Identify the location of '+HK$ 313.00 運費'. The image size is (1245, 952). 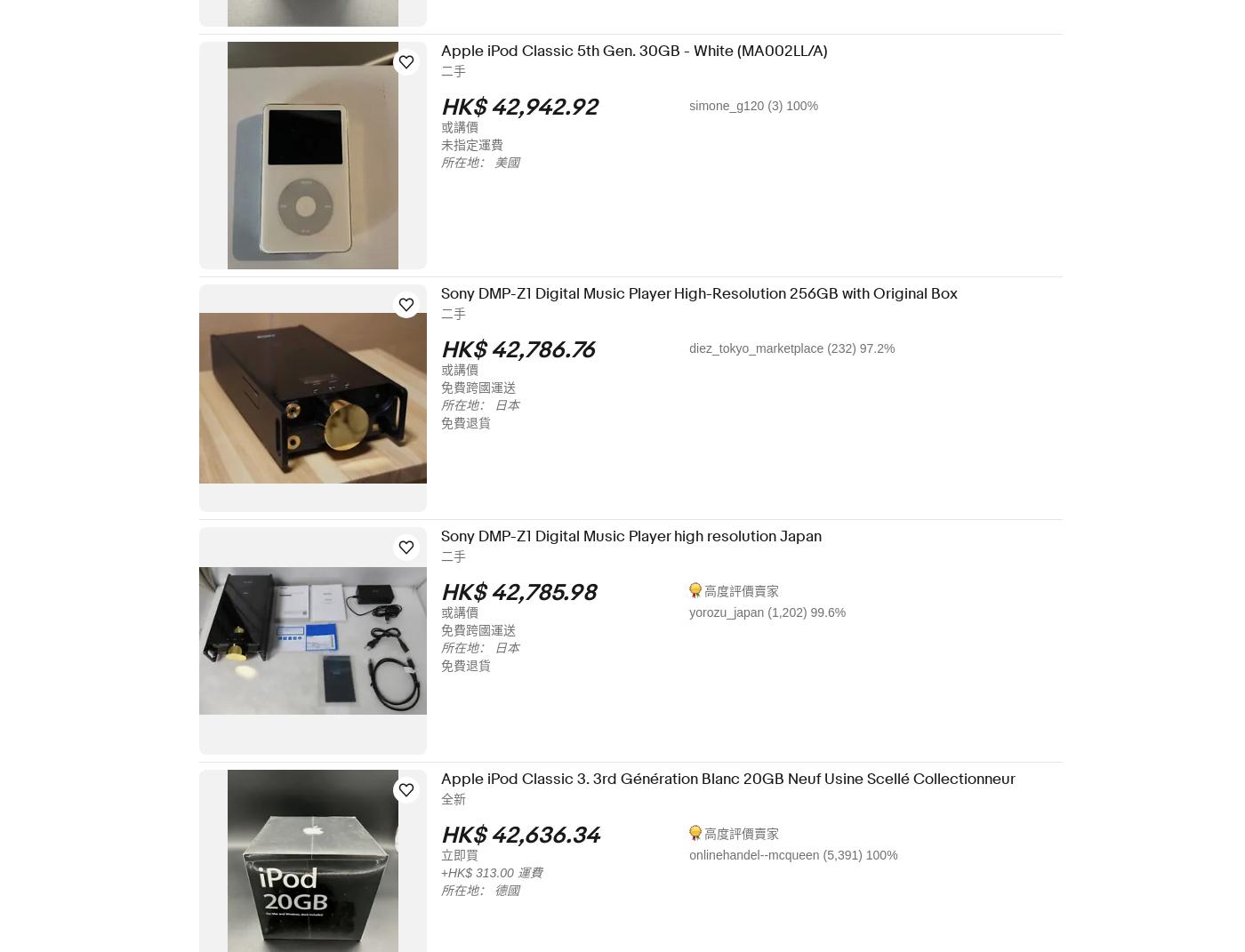
(503, 871).